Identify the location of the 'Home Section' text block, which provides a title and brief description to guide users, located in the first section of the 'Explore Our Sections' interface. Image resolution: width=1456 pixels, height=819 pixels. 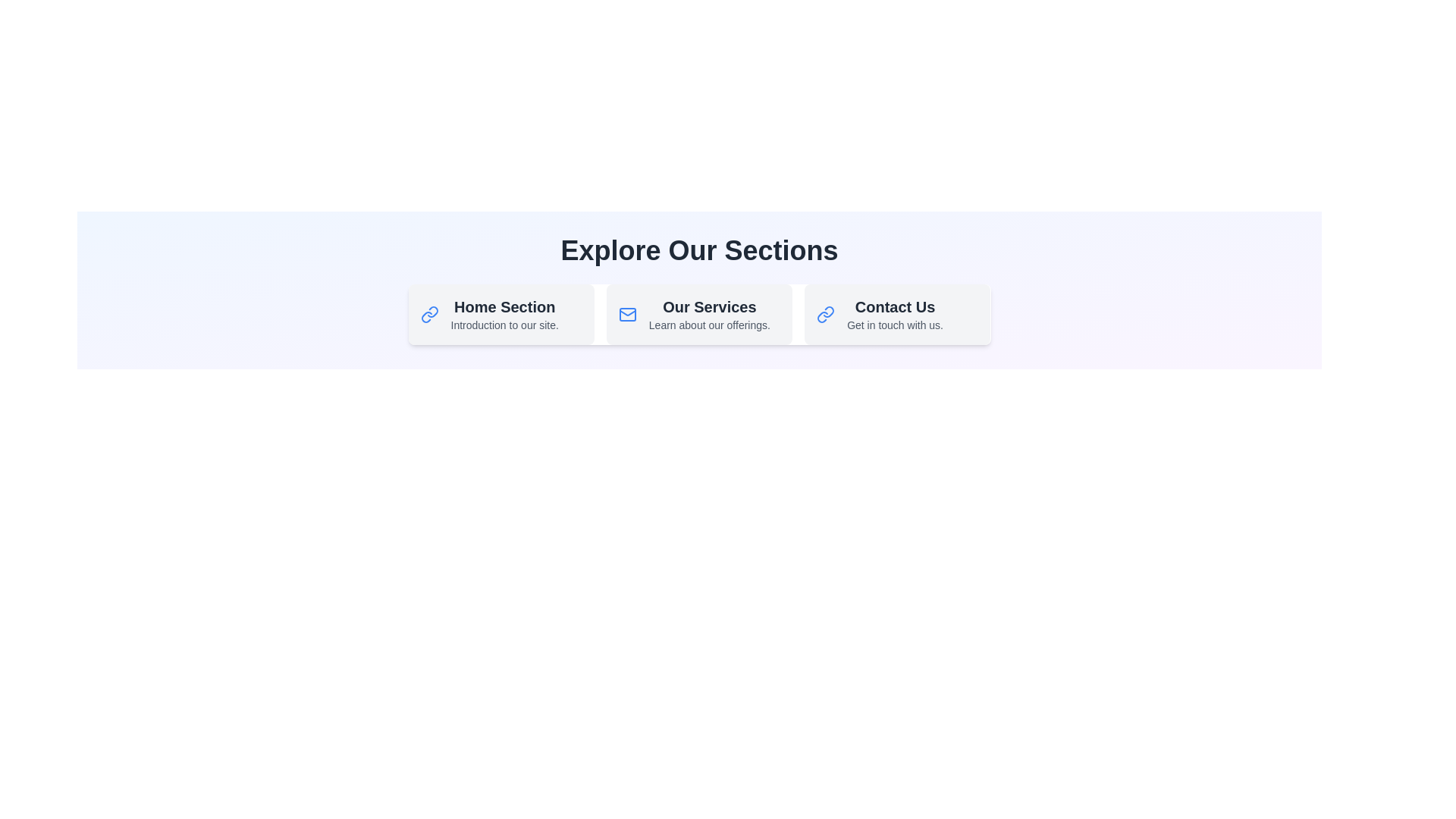
(504, 314).